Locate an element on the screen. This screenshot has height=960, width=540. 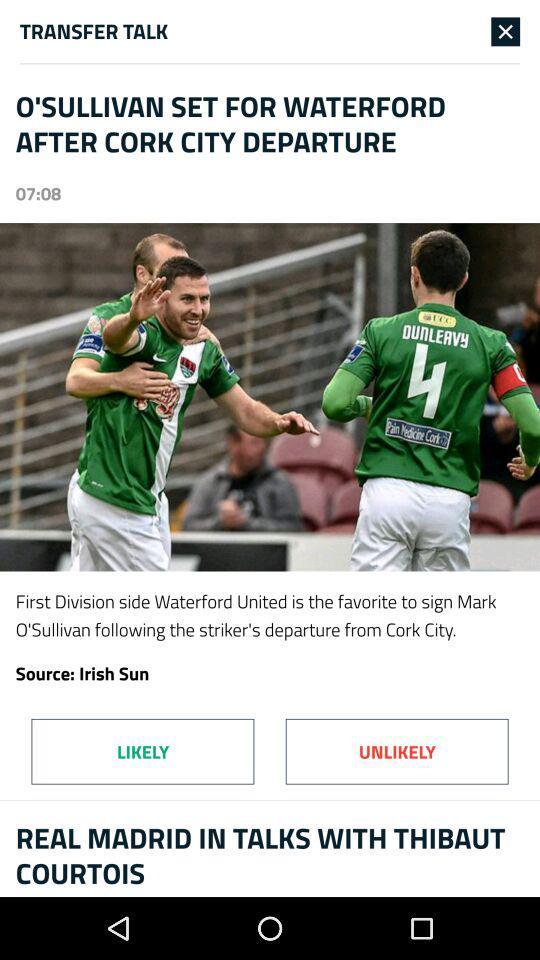
icon to the right of likely item is located at coordinates (397, 750).